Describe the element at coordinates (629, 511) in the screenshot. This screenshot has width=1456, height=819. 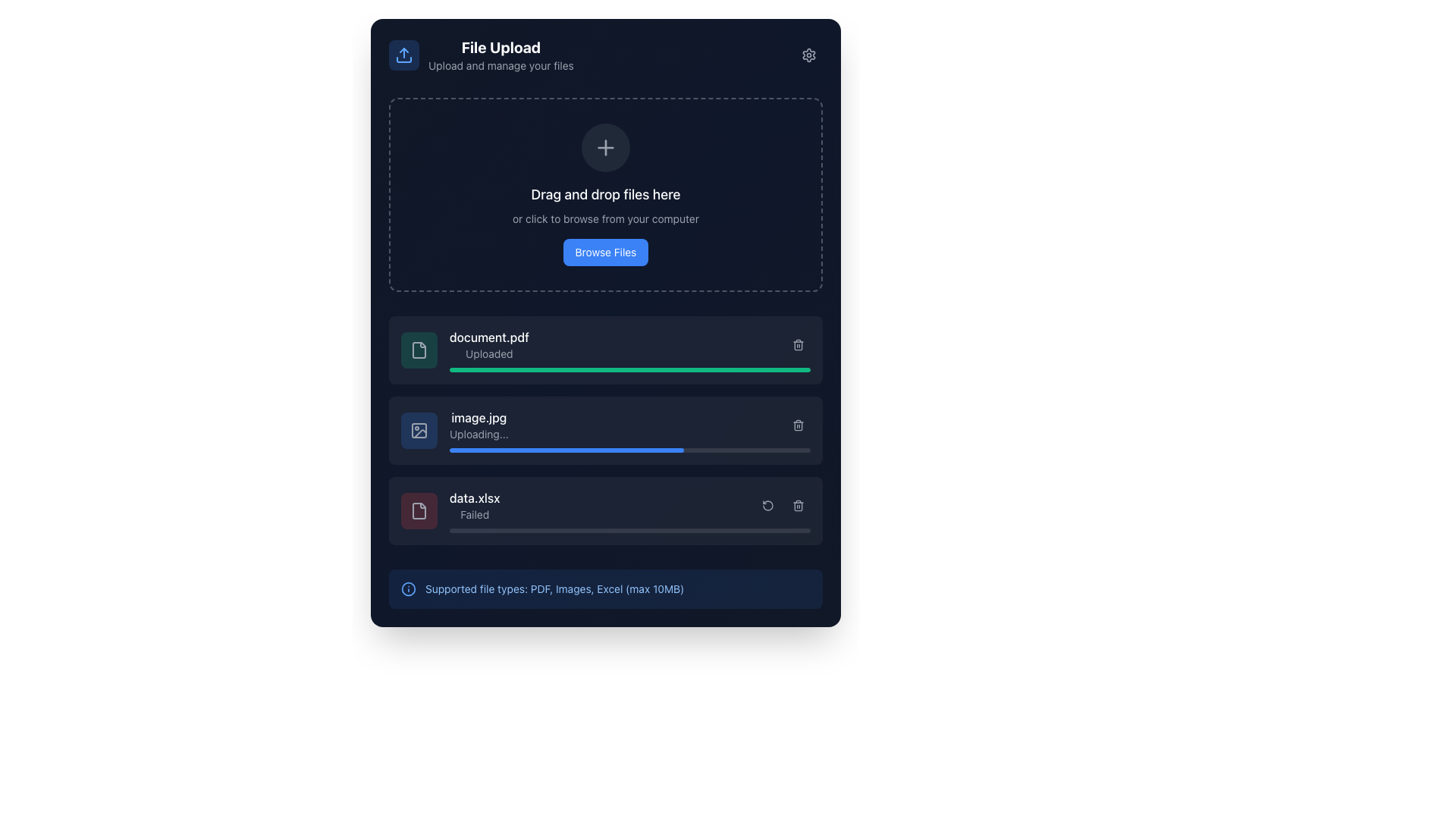
I see `the file upload status indicator for 'data.xlsx', which is the third item` at that location.